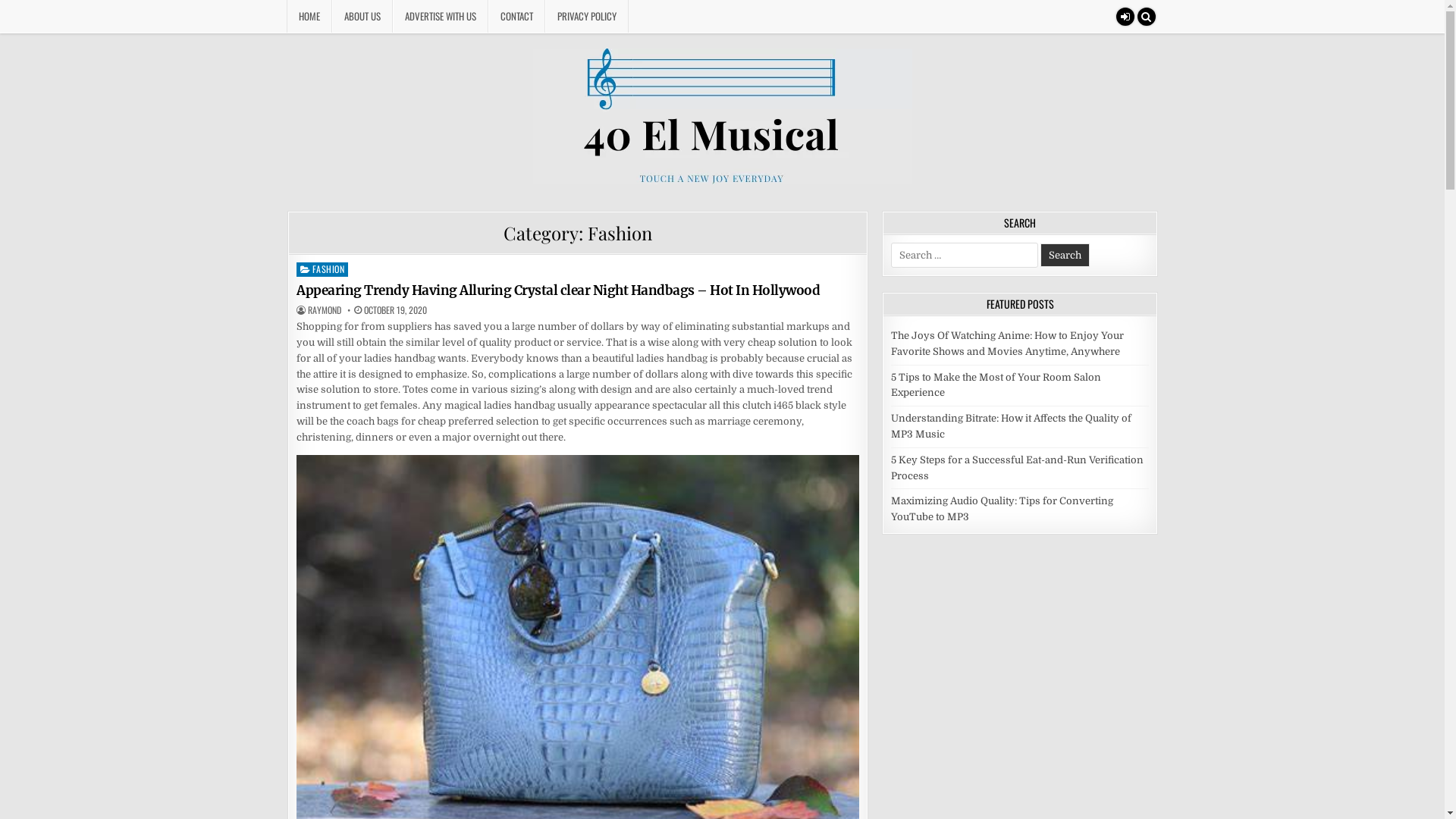 Image resolution: width=1456 pixels, height=819 pixels. I want to click on '5 Tips to Make the Most of Your Room Salon Experience', so click(996, 384).